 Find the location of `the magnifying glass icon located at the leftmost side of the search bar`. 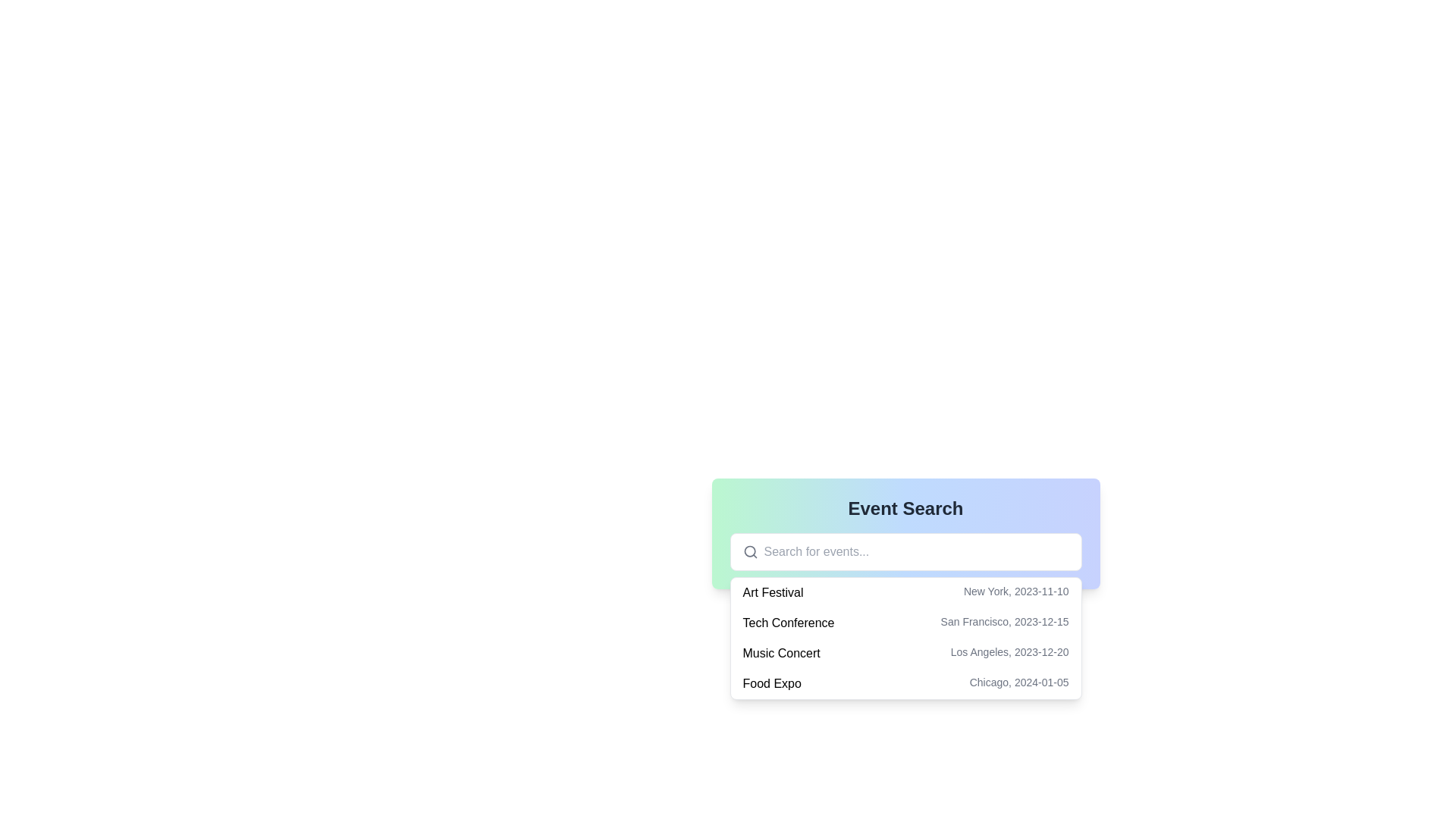

the magnifying glass icon located at the leftmost side of the search bar is located at coordinates (750, 552).